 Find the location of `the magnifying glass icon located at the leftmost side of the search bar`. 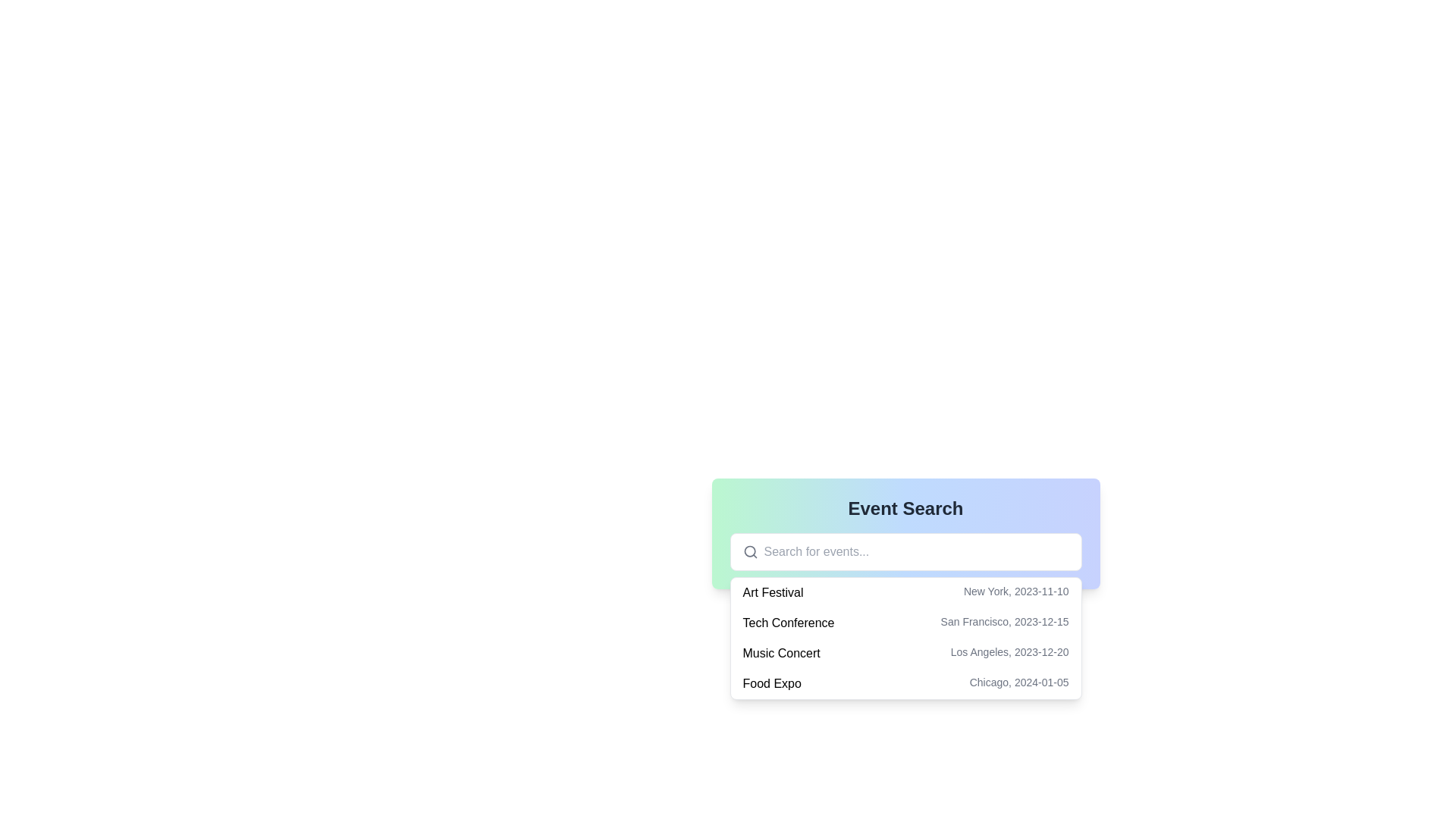

the magnifying glass icon located at the leftmost side of the search bar is located at coordinates (750, 552).